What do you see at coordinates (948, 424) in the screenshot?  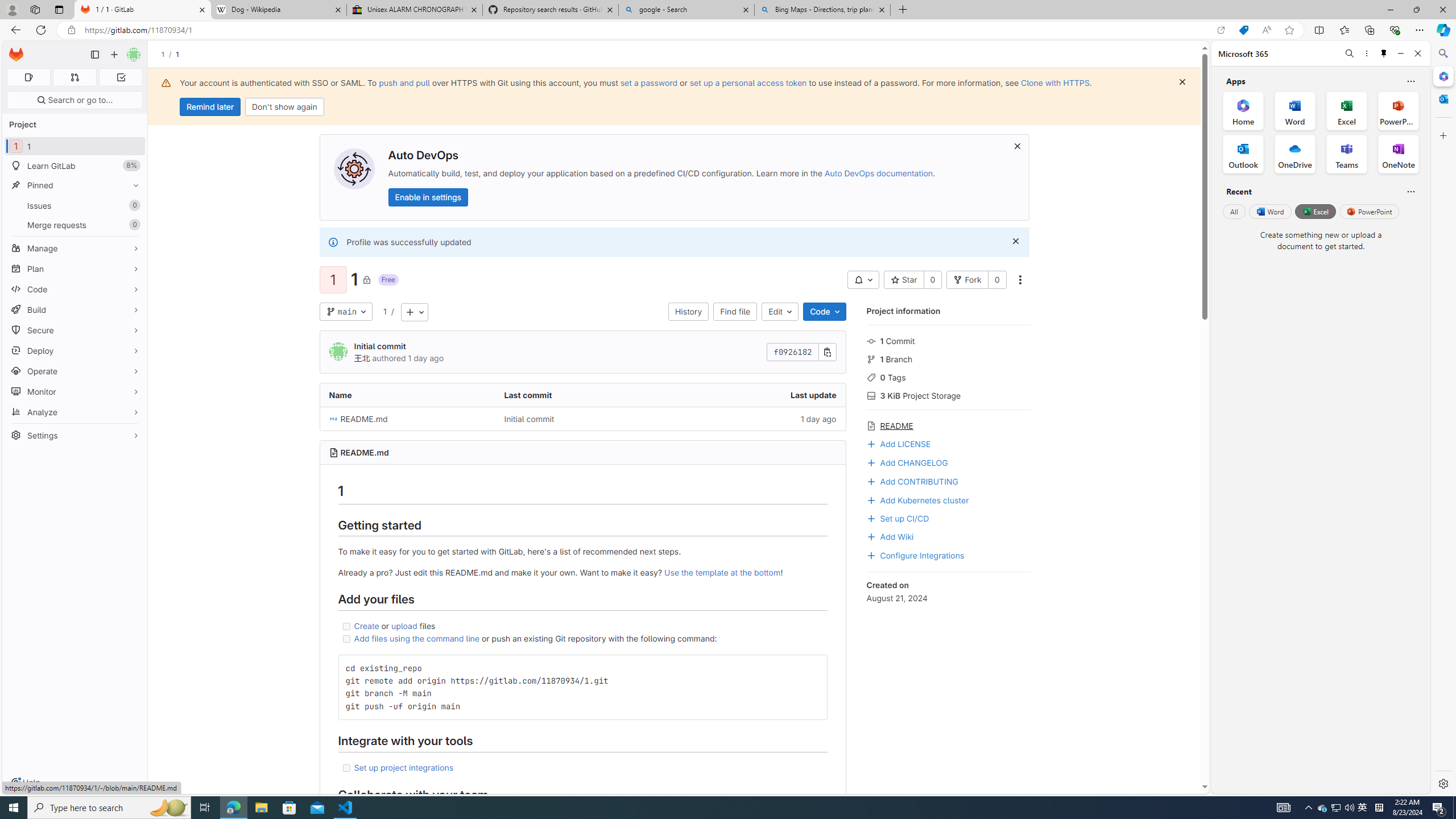 I see `'README'` at bounding box center [948, 424].